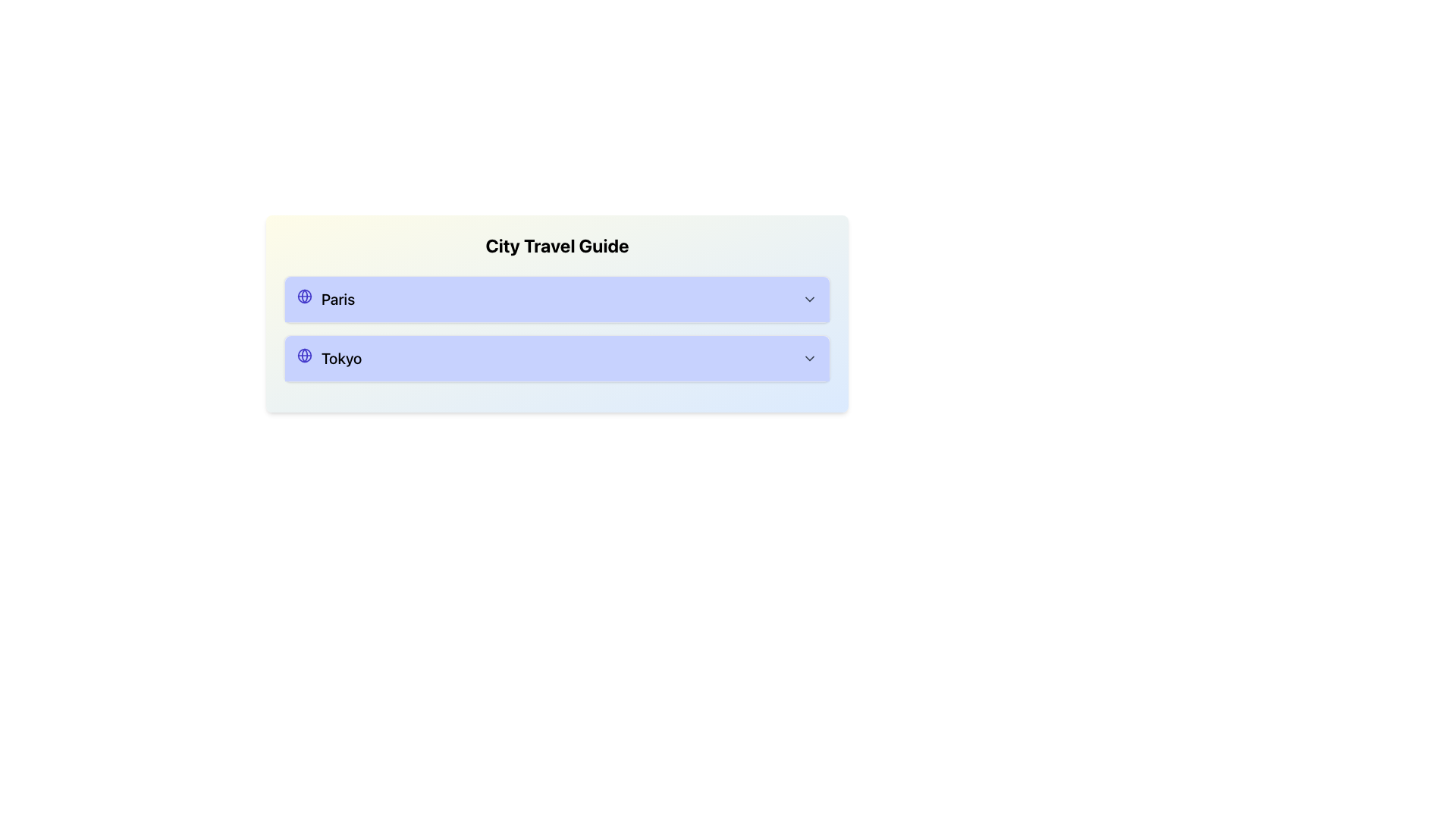 The height and width of the screenshot is (819, 1456). What do you see at coordinates (328, 359) in the screenshot?
I see `the location name label positioned below 'Paris' with a light indigo hoverable background` at bounding box center [328, 359].